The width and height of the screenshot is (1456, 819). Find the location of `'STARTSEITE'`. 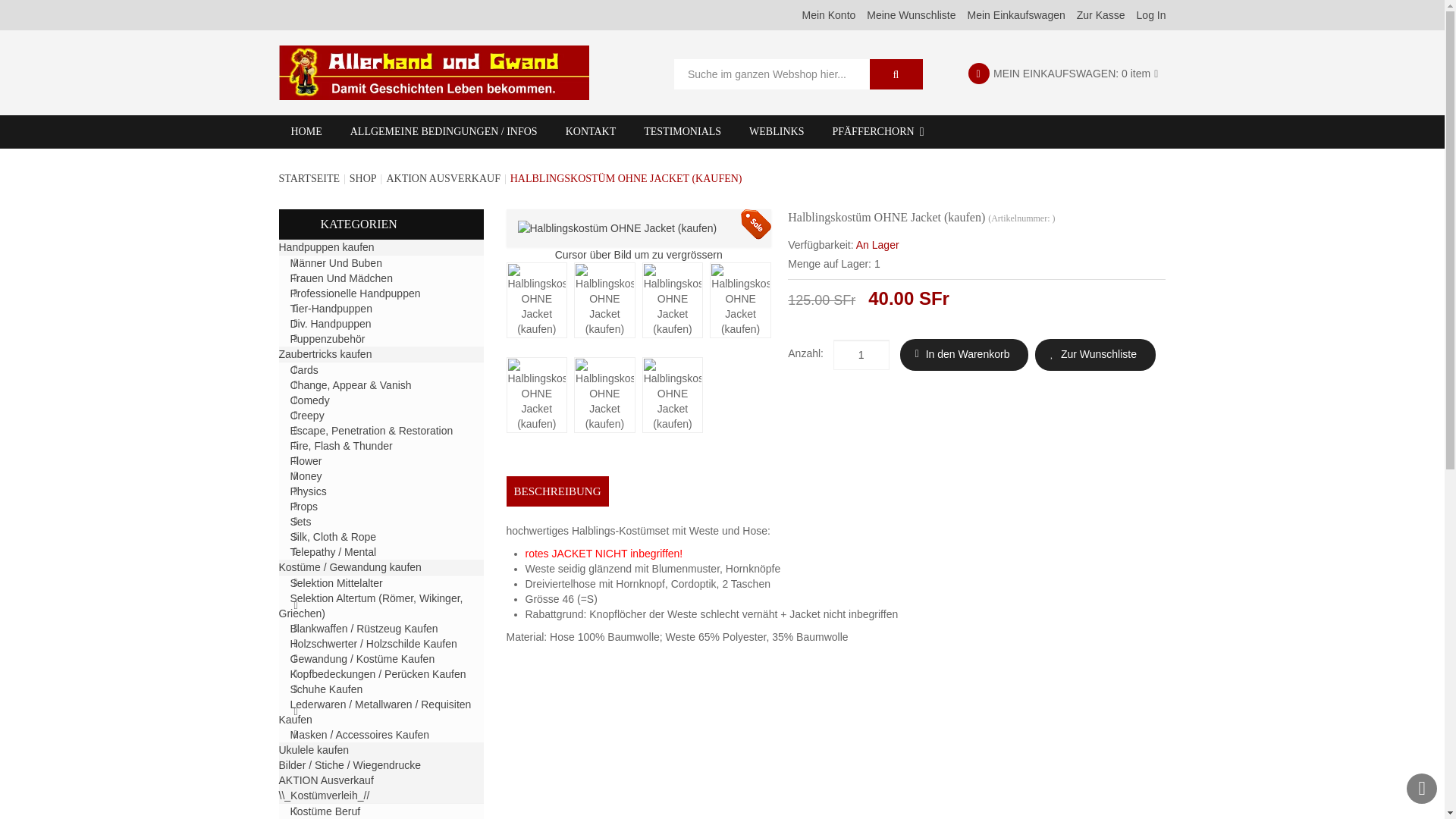

'STARTSEITE' is located at coordinates (309, 177).